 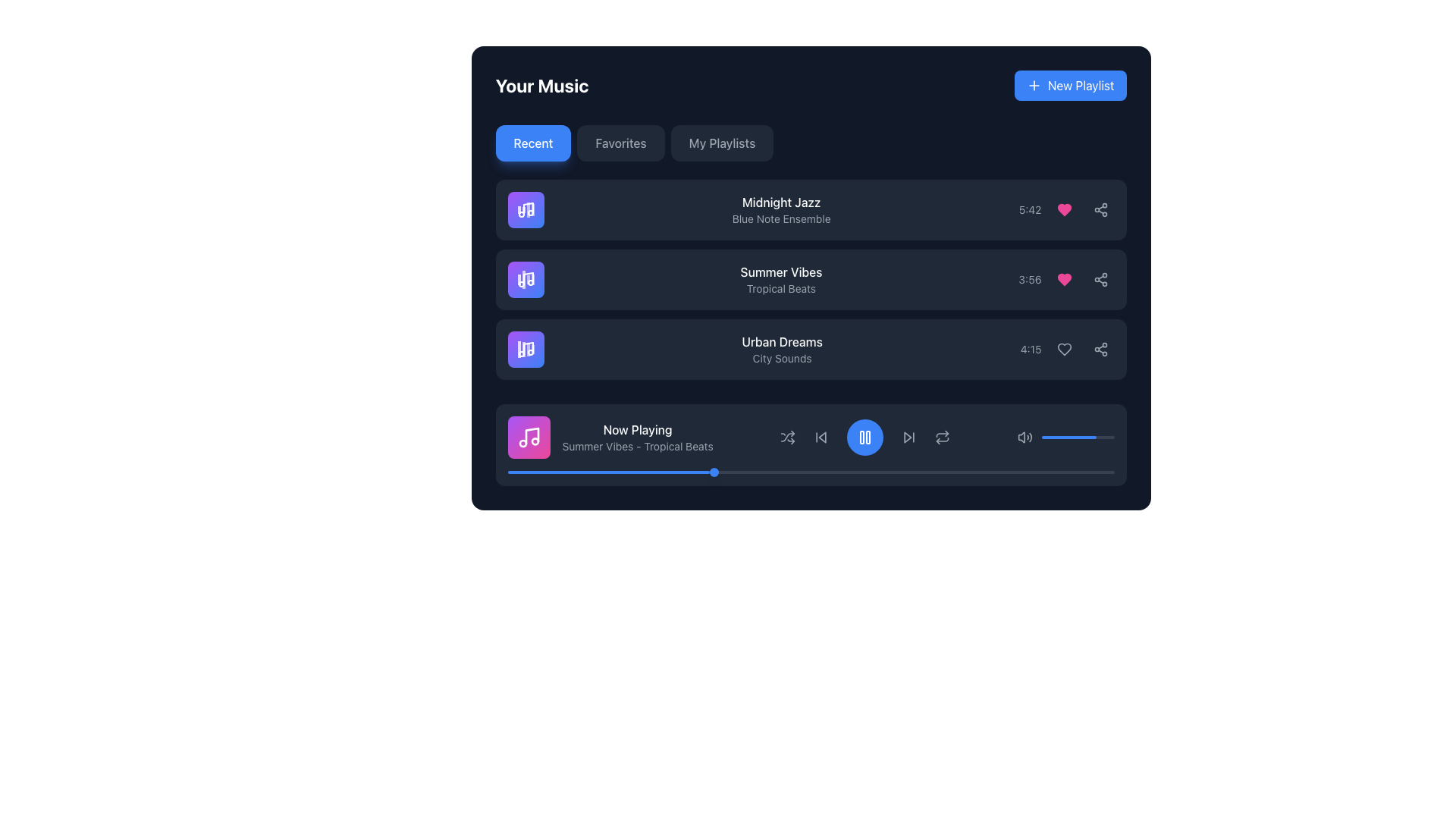 I want to click on the forward-skip arrow button located as the fourth interactive control element from the left in the dark-themed media control area to skip forward, so click(x=909, y=438).